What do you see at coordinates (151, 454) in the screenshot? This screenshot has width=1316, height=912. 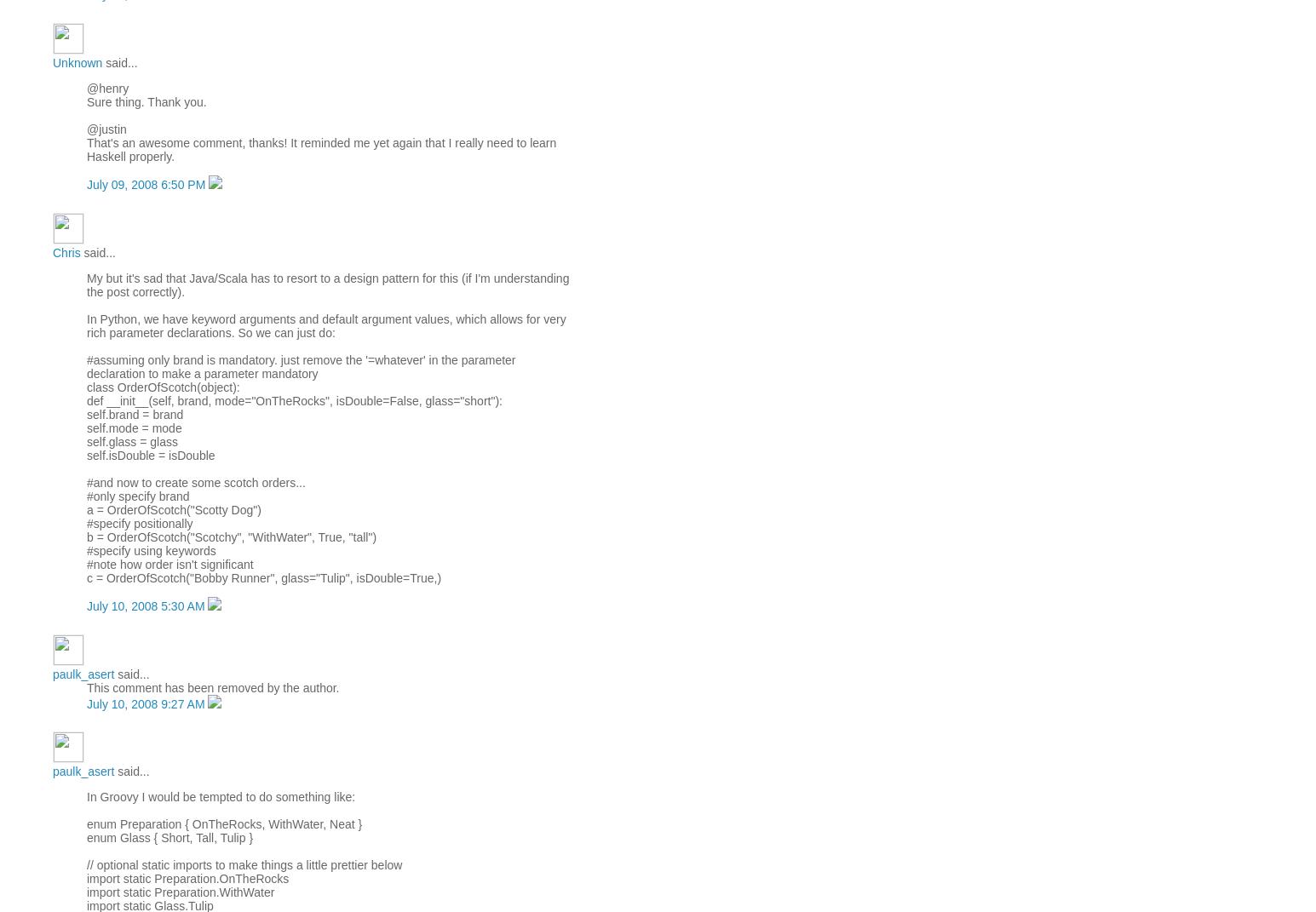 I see `'self.isDouble = isDouble'` at bounding box center [151, 454].